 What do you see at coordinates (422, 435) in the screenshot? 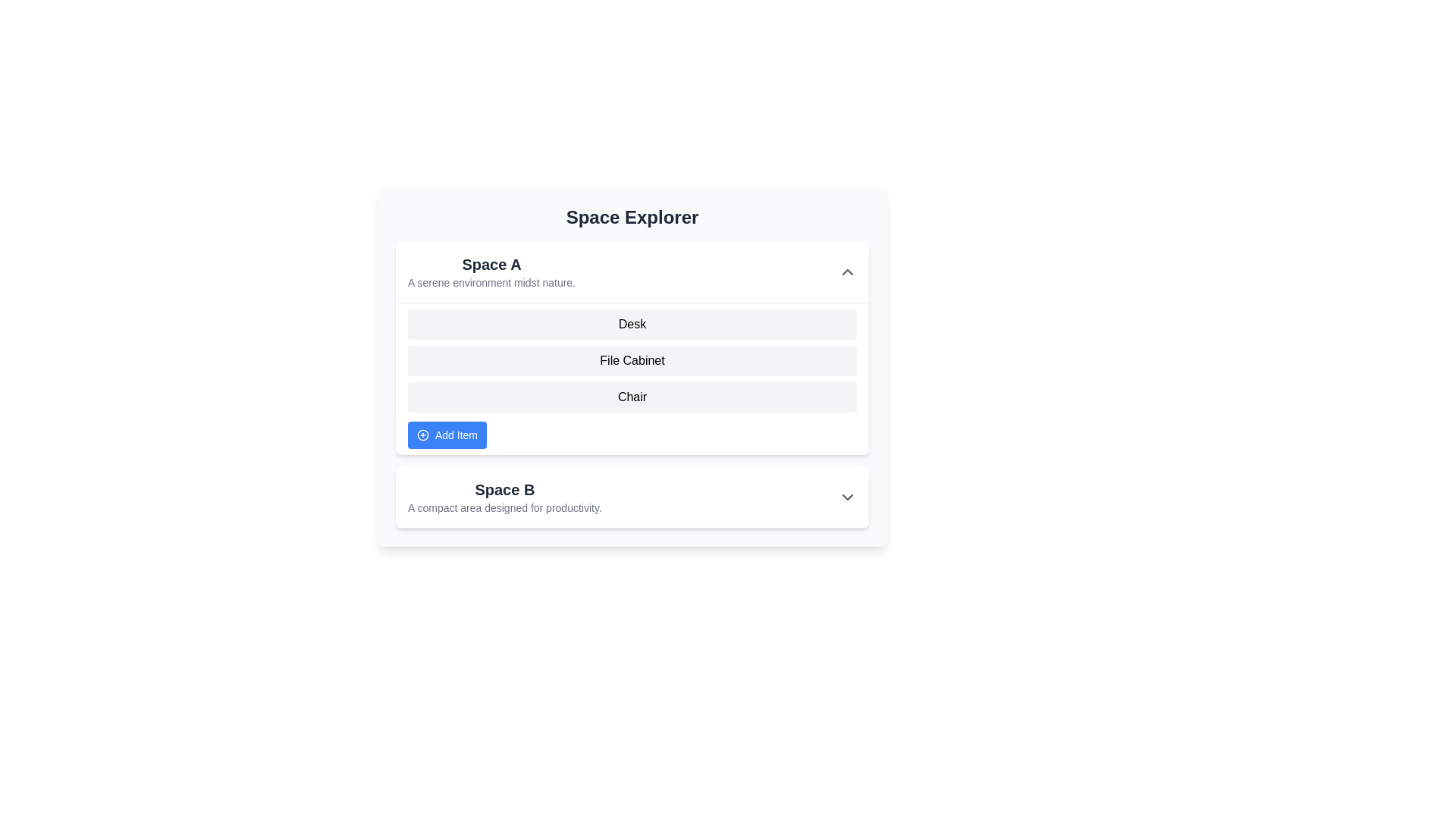
I see `the circular graphical decoration within the 'Add Item' button located in the 'Space A' section` at bounding box center [422, 435].